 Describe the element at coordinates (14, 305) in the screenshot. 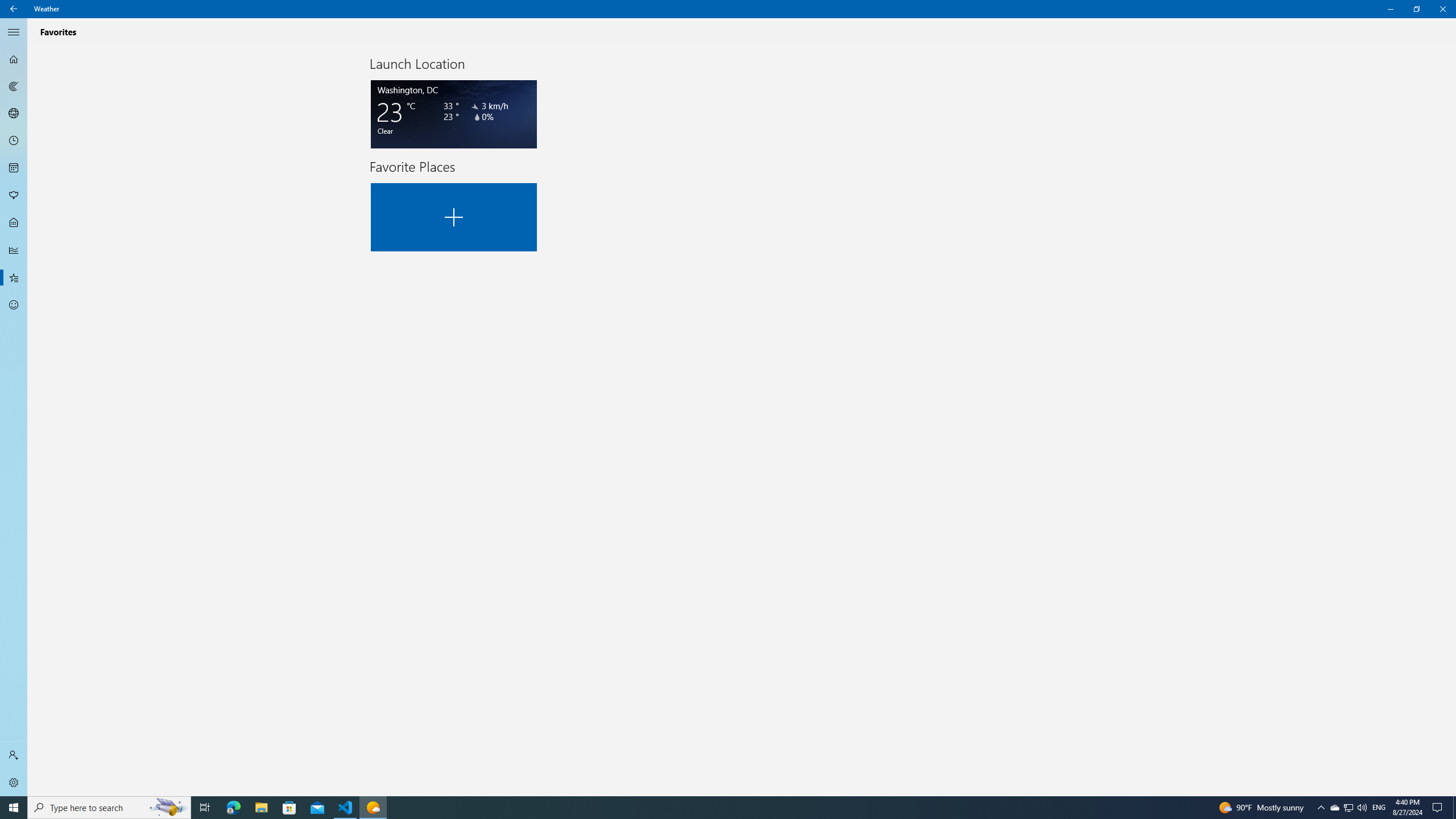

I see `'Send Feedback - Not Selected'` at that location.